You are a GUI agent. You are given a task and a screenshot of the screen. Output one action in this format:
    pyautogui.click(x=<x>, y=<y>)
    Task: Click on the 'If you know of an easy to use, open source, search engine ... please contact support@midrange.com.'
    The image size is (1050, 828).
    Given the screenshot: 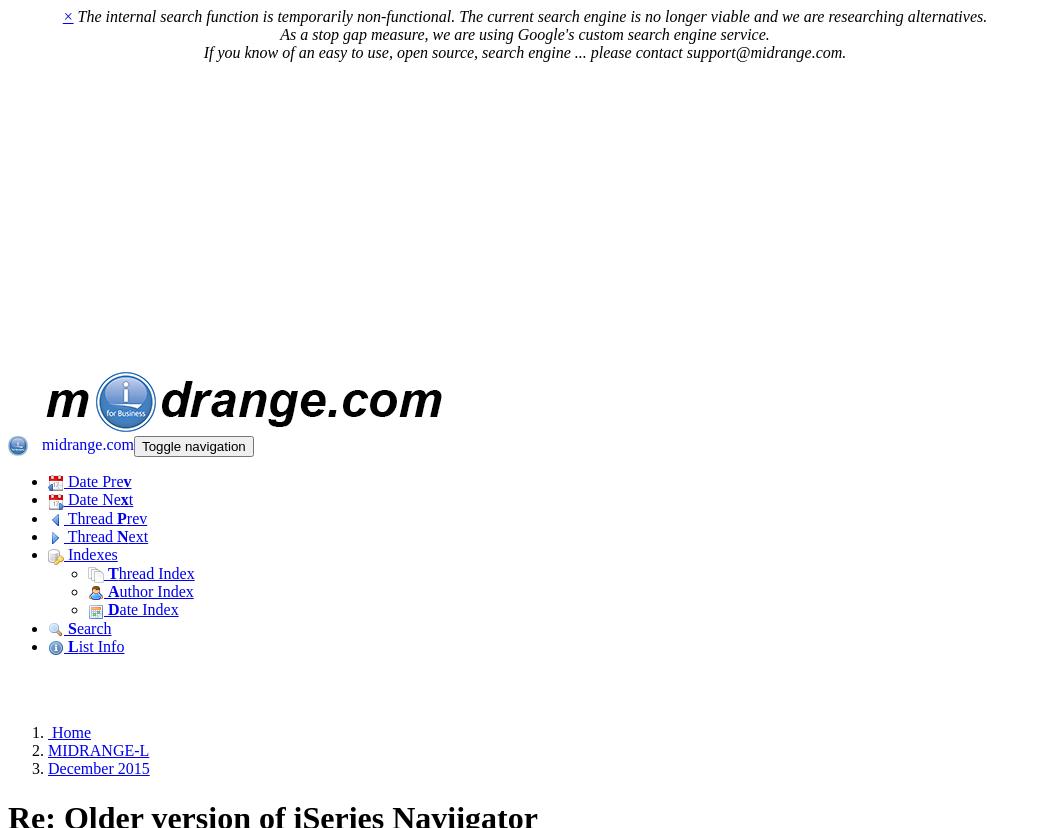 What is the action you would take?
    pyautogui.click(x=523, y=51)
    